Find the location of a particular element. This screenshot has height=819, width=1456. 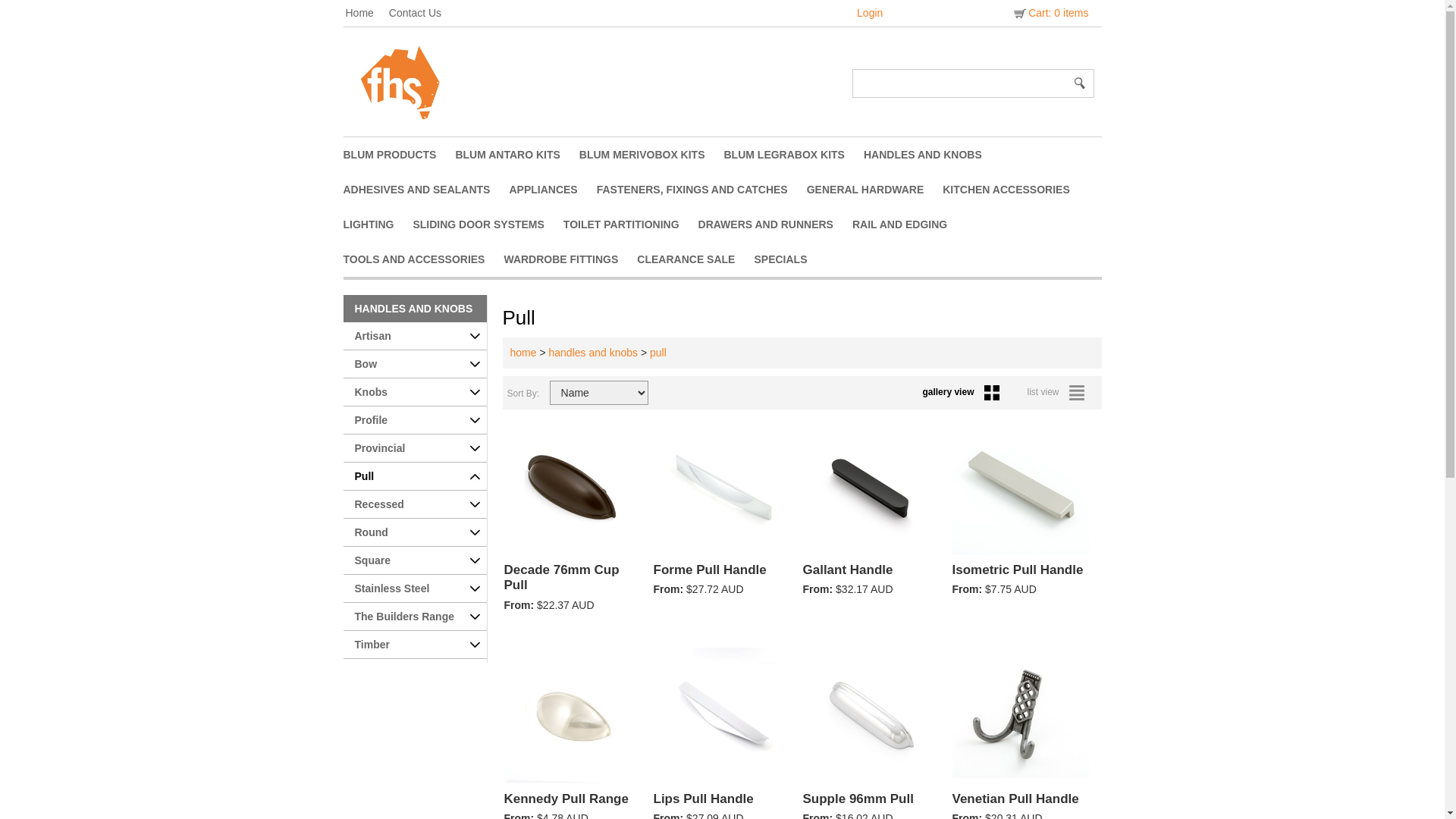

'Cart: 0 items' is located at coordinates (1049, 12).